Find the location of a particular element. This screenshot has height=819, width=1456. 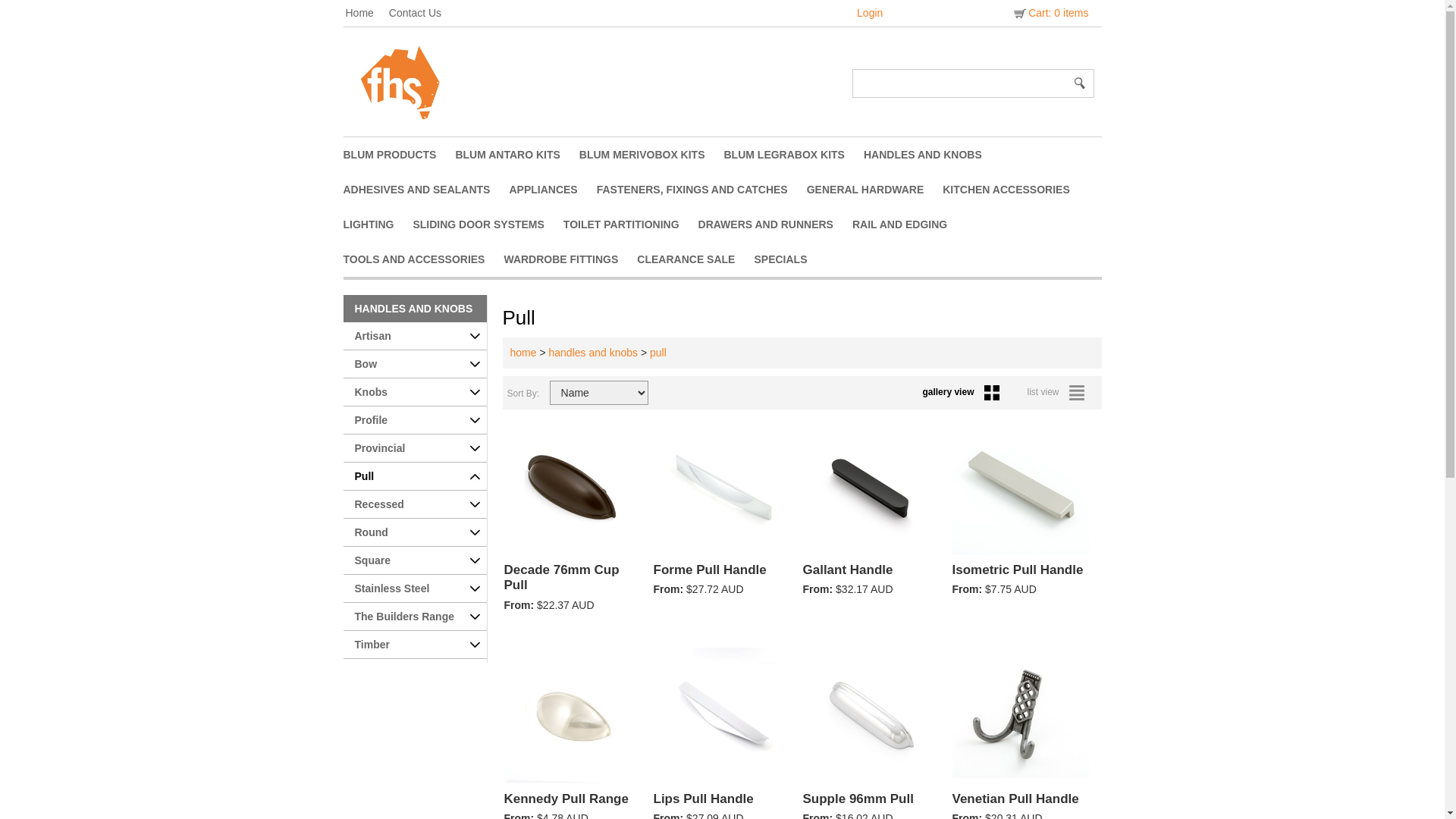

'Cart: 0 items' is located at coordinates (1049, 12).